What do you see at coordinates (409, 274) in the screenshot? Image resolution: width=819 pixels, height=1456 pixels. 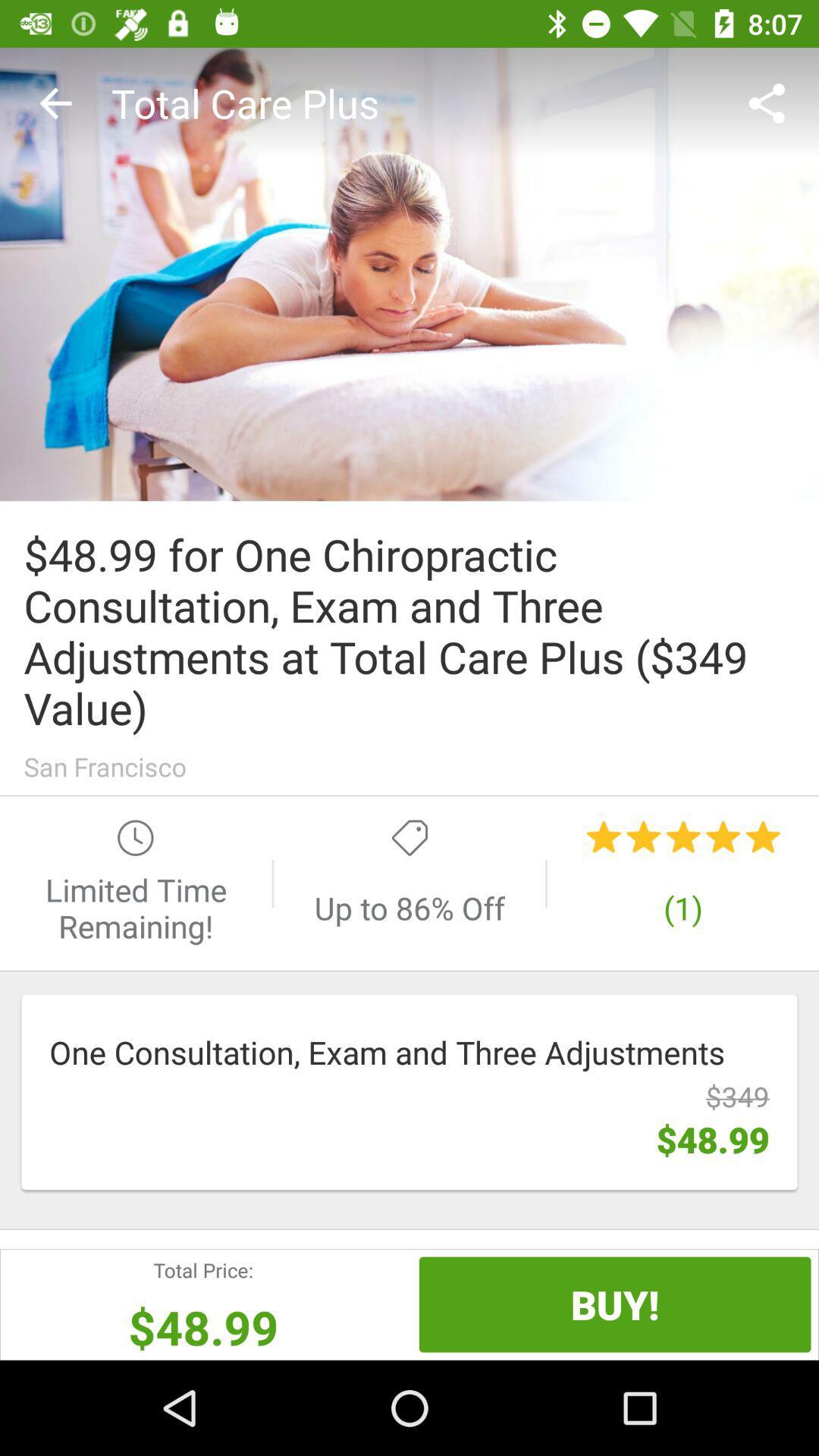 I see `icon above 48 99 for` at bounding box center [409, 274].